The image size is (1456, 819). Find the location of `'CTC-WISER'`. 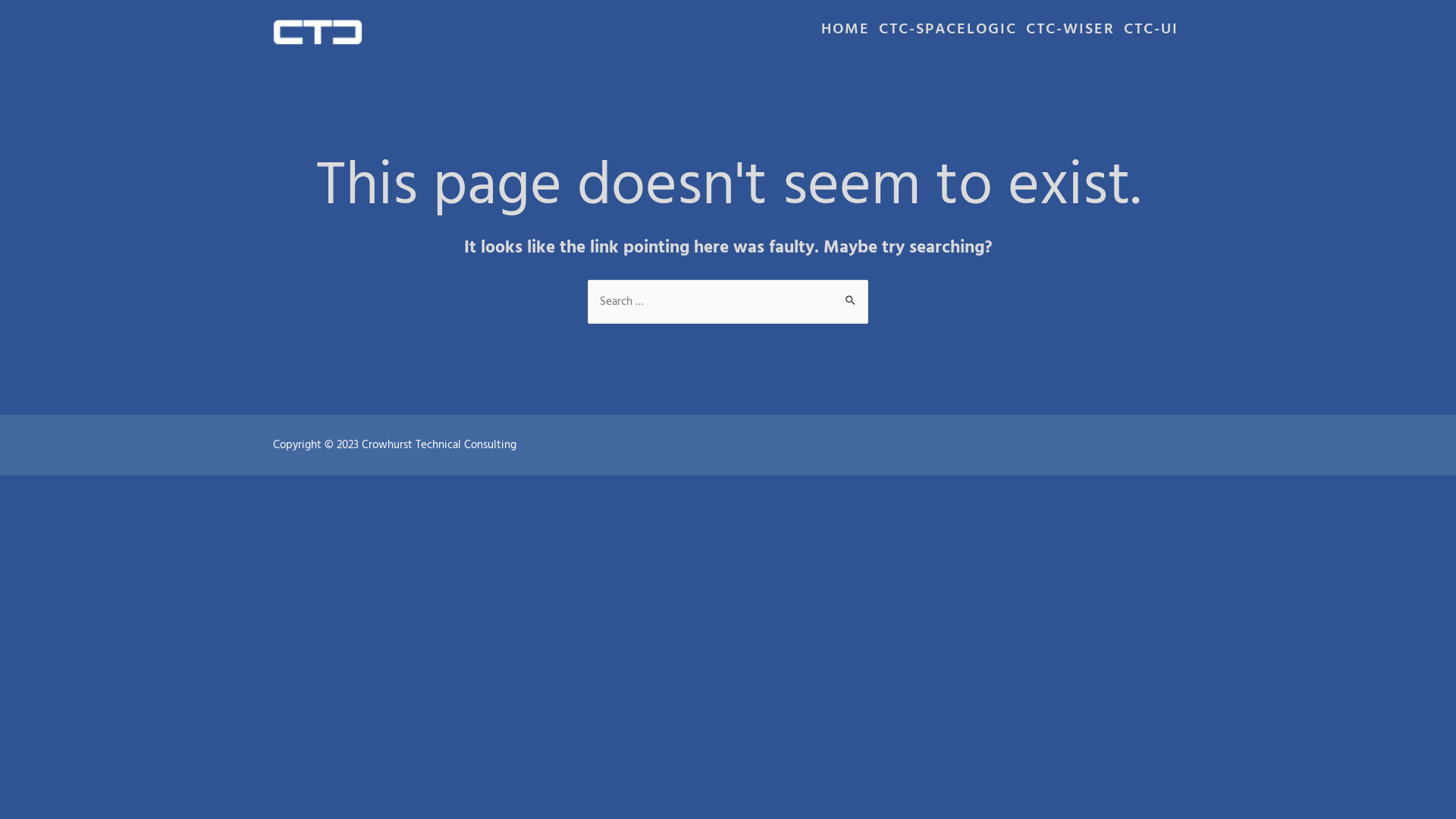

'CTC-WISER' is located at coordinates (1069, 34).